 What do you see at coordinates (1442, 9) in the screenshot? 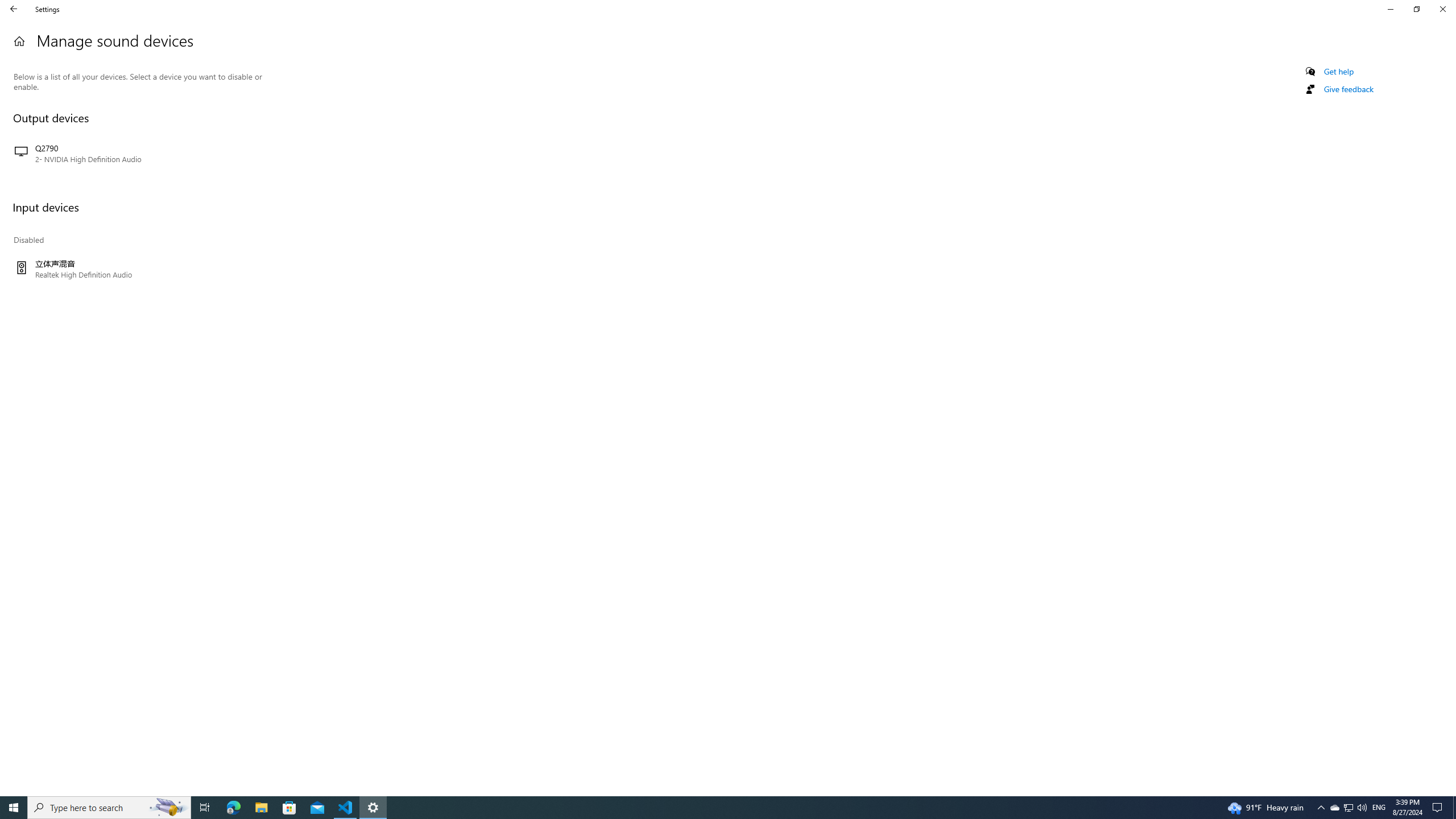
I see `'Close Settings'` at bounding box center [1442, 9].